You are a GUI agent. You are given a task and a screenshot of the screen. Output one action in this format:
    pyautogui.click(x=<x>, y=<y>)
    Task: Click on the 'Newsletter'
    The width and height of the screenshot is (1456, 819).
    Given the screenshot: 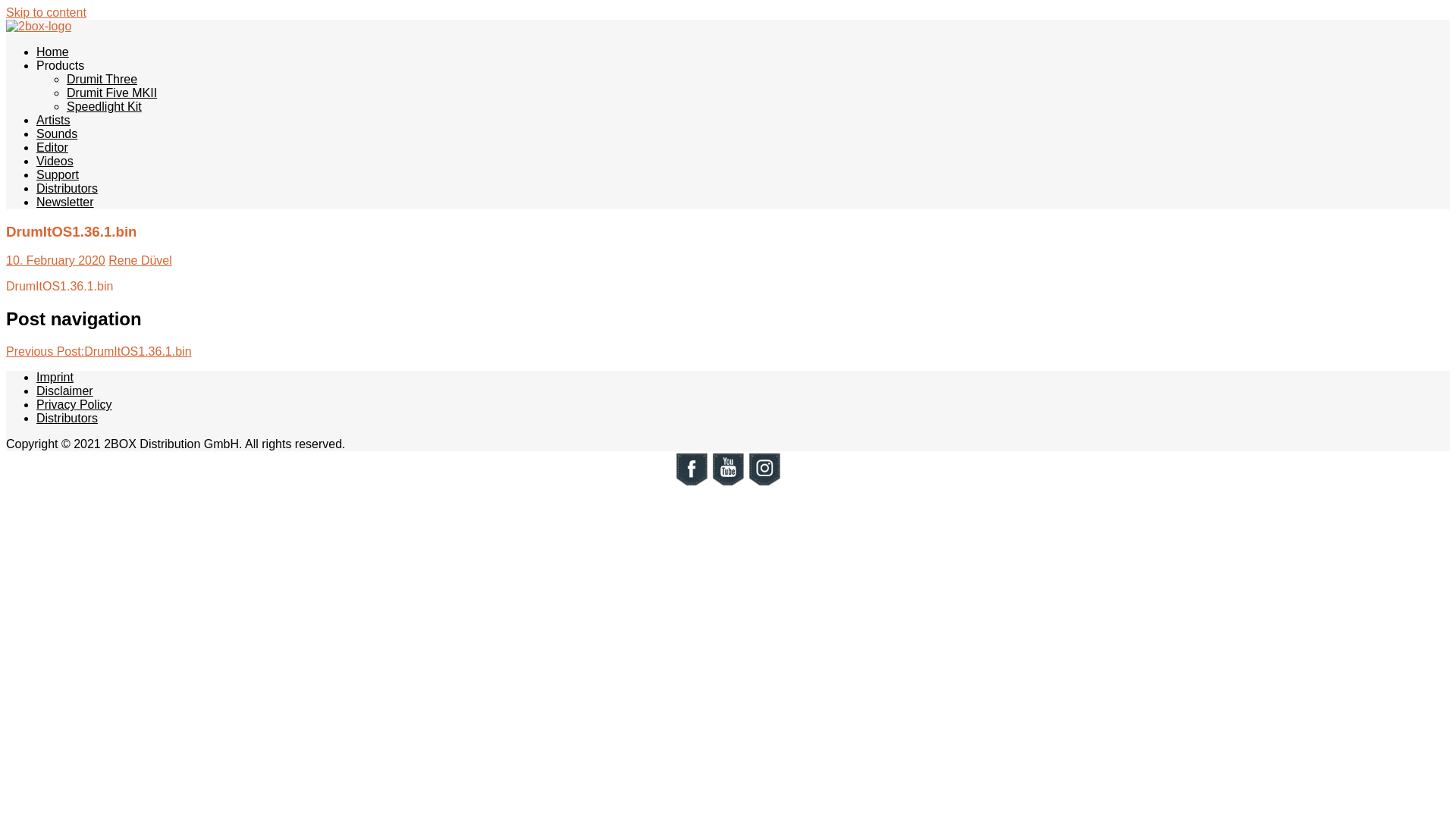 What is the action you would take?
    pyautogui.click(x=64, y=201)
    